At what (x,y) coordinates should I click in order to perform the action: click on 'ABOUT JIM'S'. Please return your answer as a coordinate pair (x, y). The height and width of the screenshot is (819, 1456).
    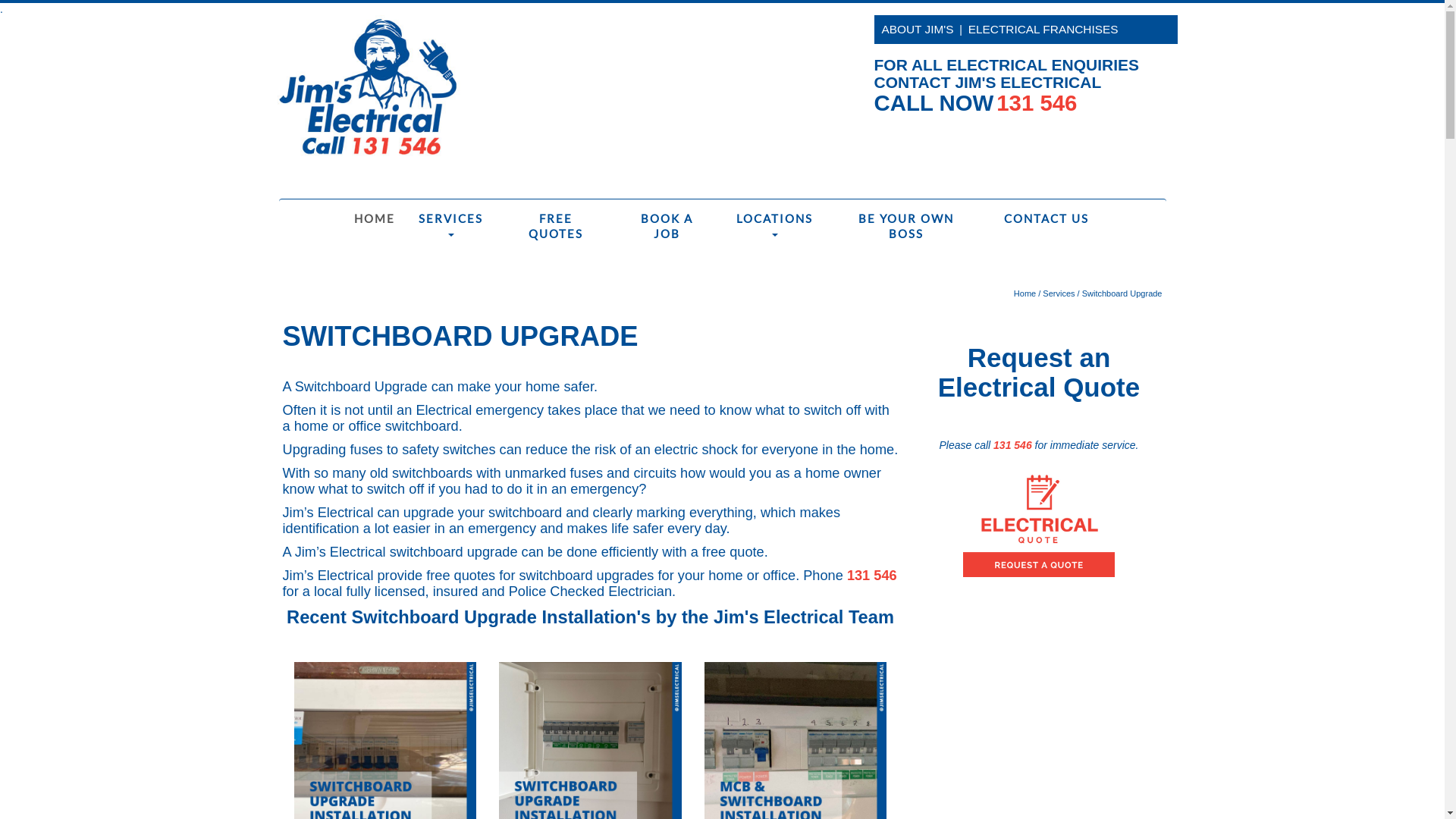
    Looking at the image, I should click on (880, 29).